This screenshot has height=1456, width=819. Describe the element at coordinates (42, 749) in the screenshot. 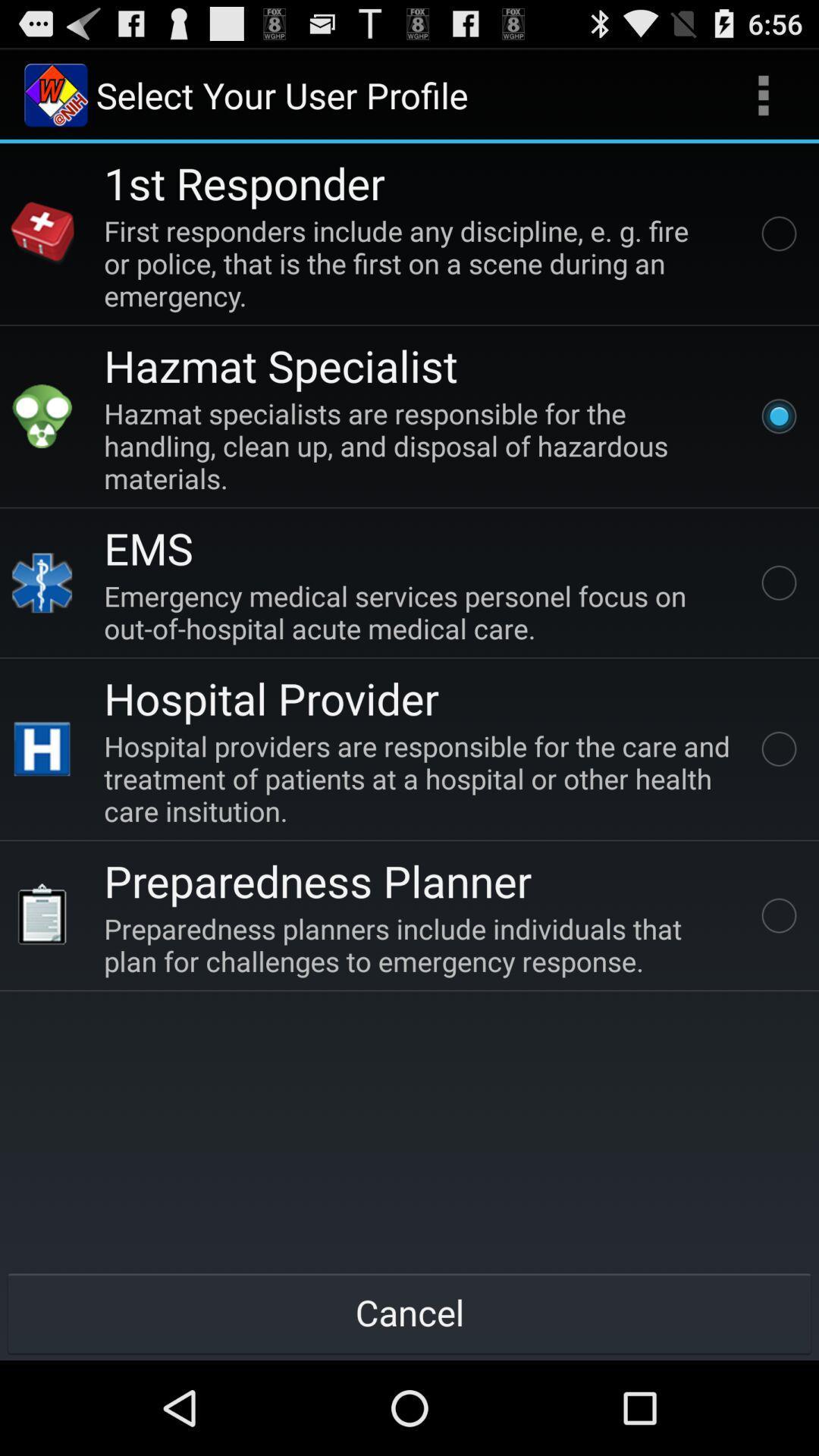

I see `the hospital provider icon` at that location.